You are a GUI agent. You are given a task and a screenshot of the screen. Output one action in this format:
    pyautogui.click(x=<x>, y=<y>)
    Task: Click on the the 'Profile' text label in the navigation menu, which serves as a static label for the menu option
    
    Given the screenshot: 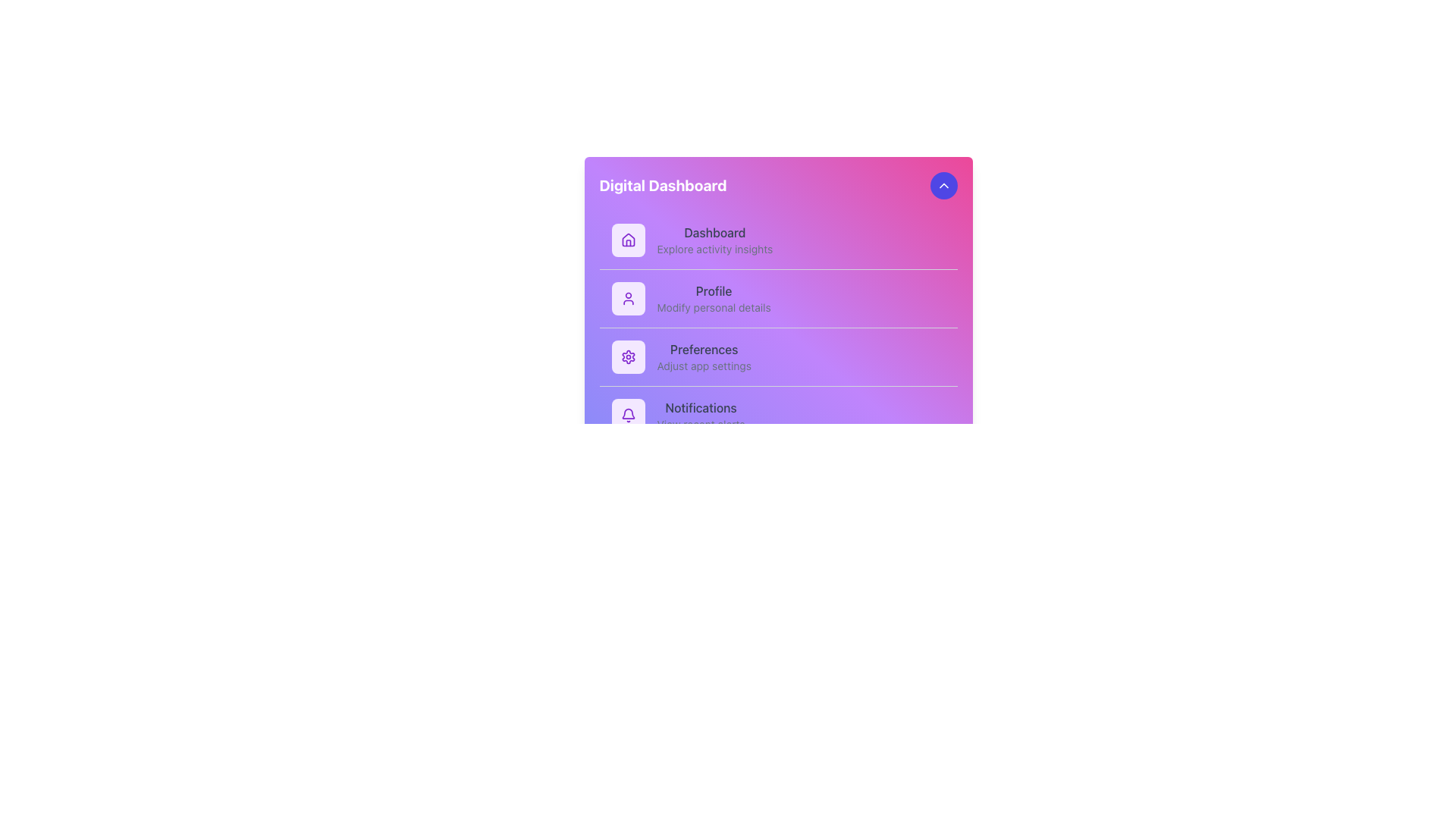 What is the action you would take?
    pyautogui.click(x=713, y=291)
    